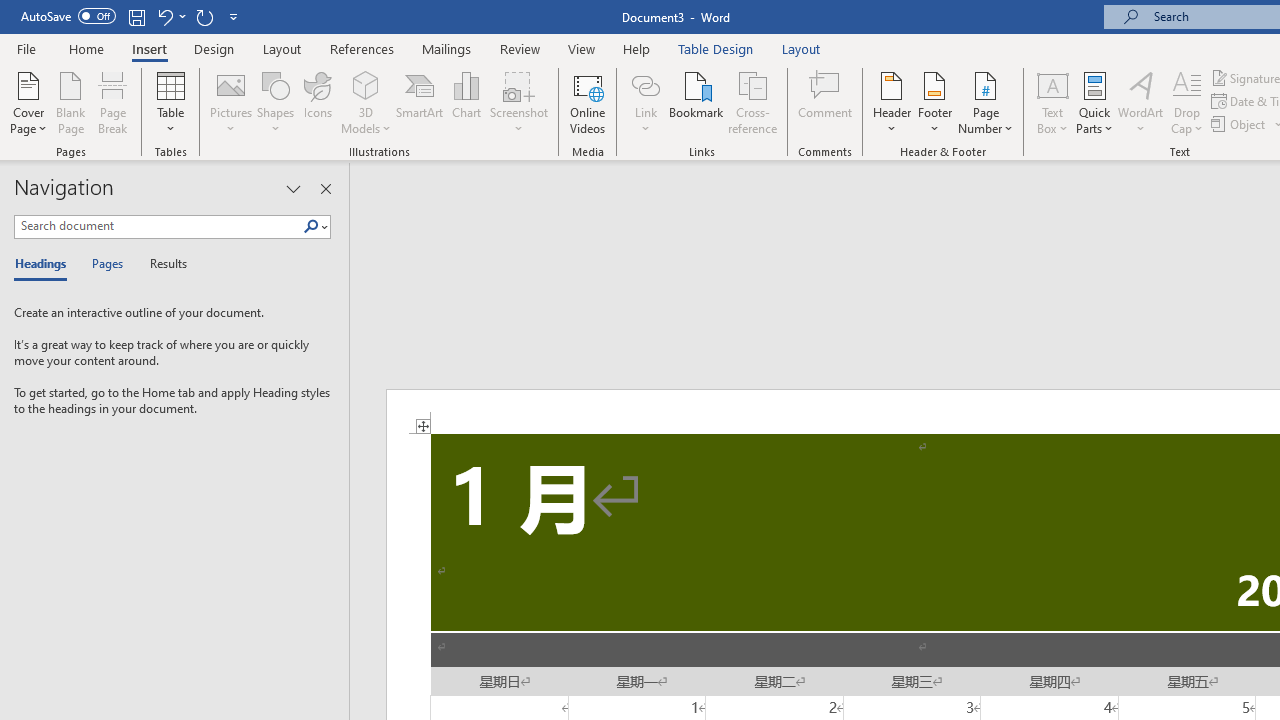 Image resolution: width=1280 pixels, height=720 pixels. What do you see at coordinates (1051, 103) in the screenshot?
I see `'Text Box'` at bounding box center [1051, 103].